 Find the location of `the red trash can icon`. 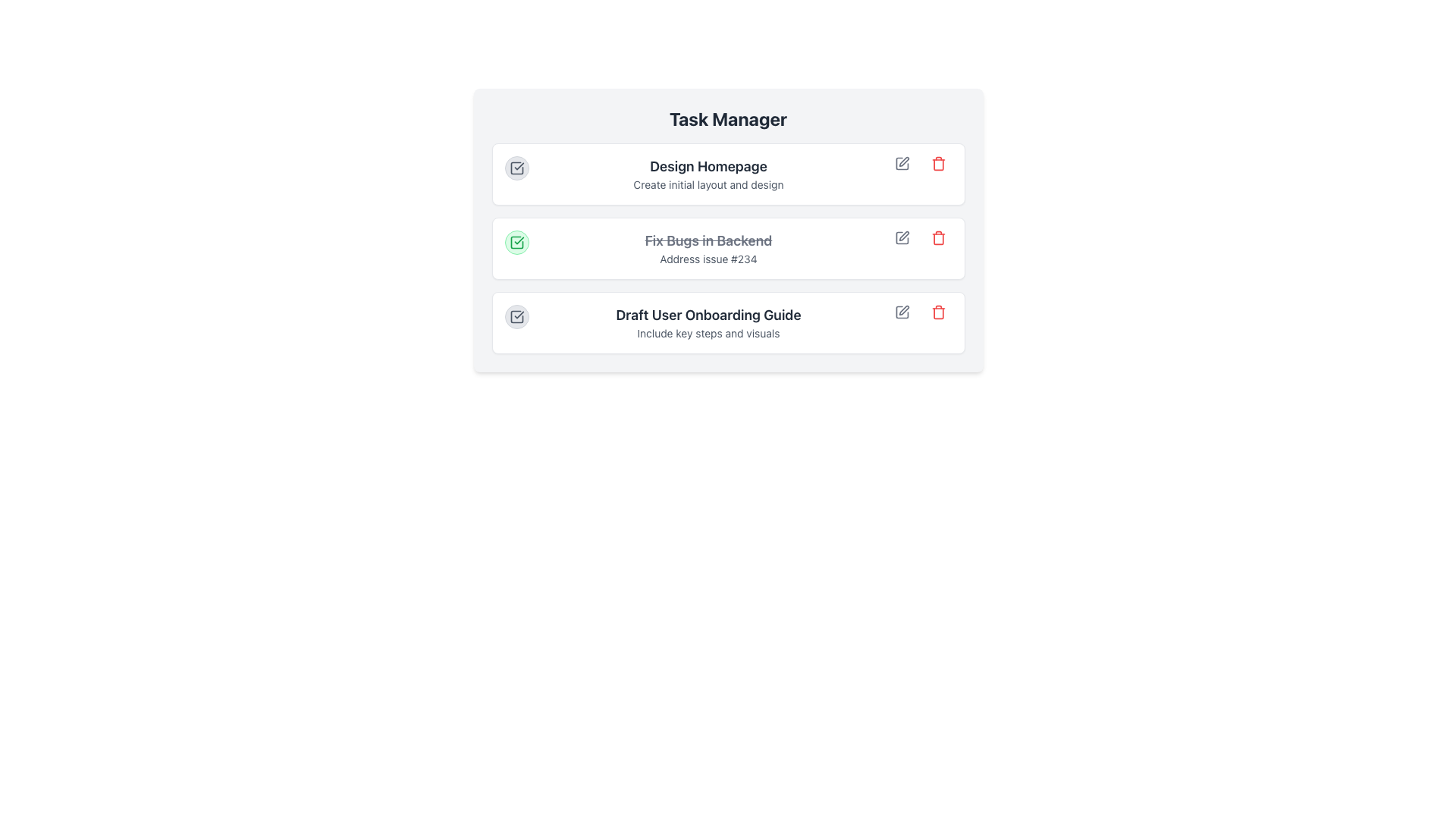

the red trash can icon is located at coordinates (937, 164).